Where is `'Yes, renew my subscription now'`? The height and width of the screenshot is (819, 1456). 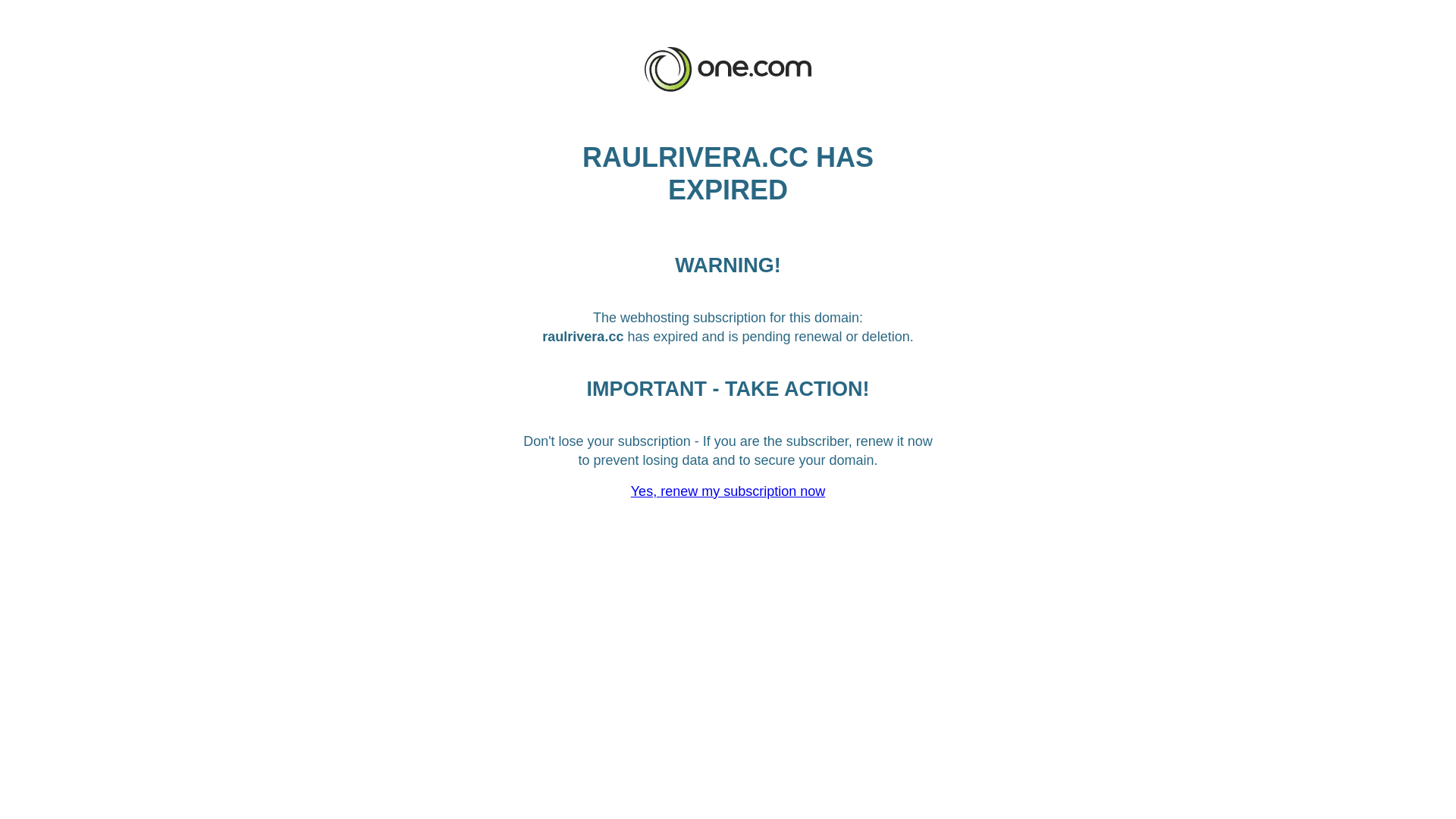
'Yes, renew my subscription now' is located at coordinates (728, 491).